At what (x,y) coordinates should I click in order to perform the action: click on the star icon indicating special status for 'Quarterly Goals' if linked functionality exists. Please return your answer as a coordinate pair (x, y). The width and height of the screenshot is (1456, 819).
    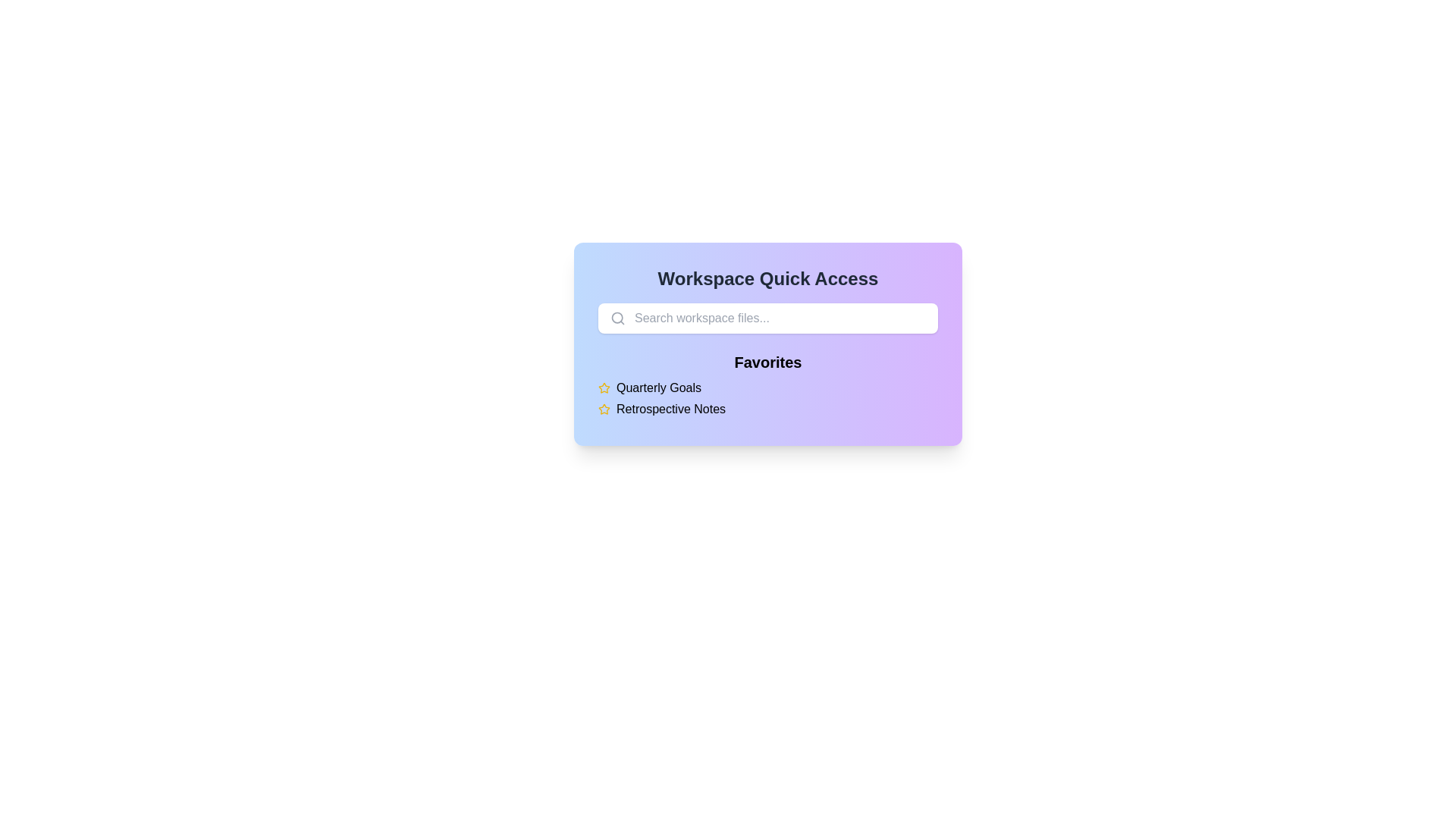
    Looking at the image, I should click on (603, 388).